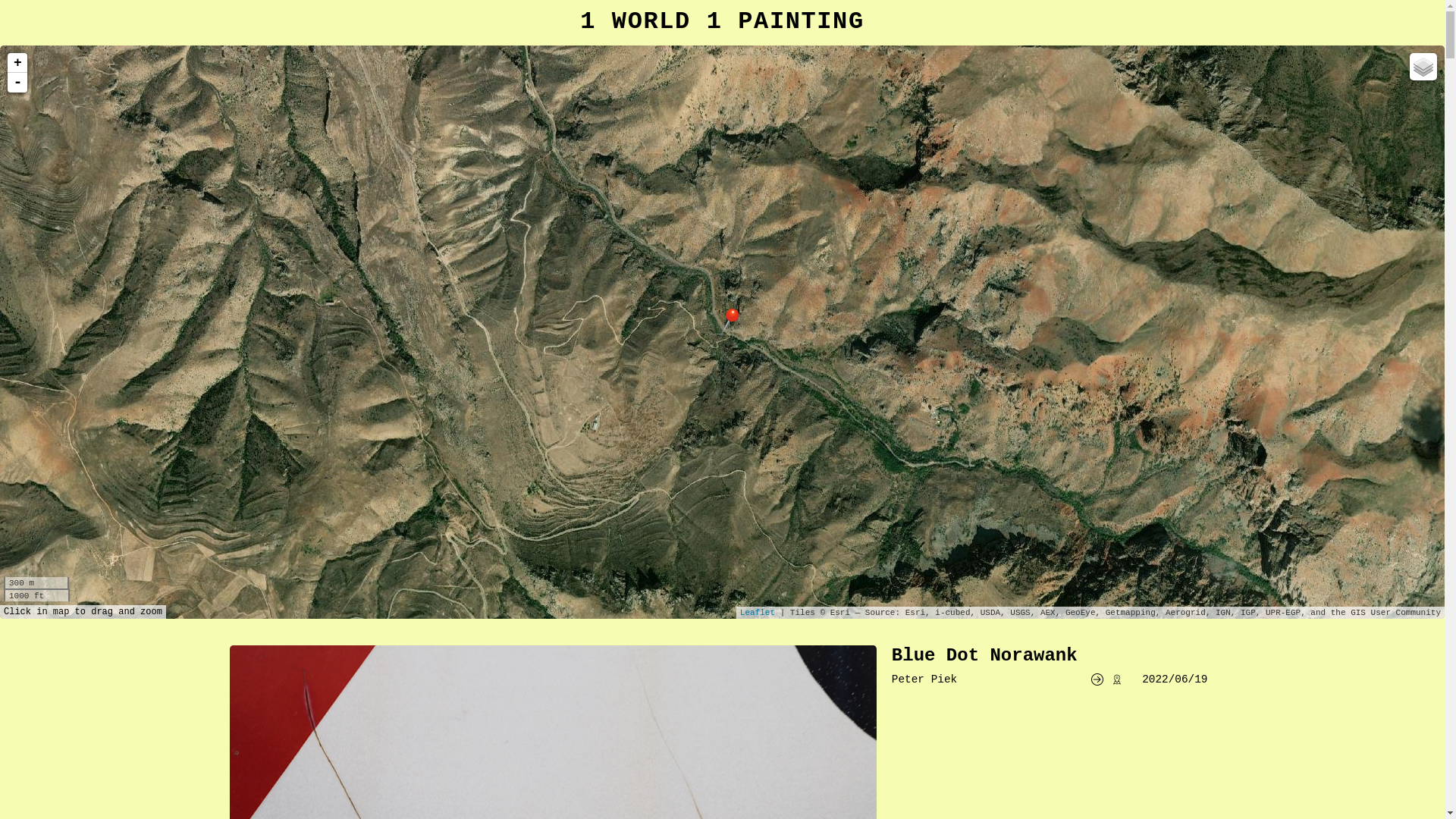  What do you see at coordinates (721, 21) in the screenshot?
I see `'1 WORLD 1 PAINTING'` at bounding box center [721, 21].